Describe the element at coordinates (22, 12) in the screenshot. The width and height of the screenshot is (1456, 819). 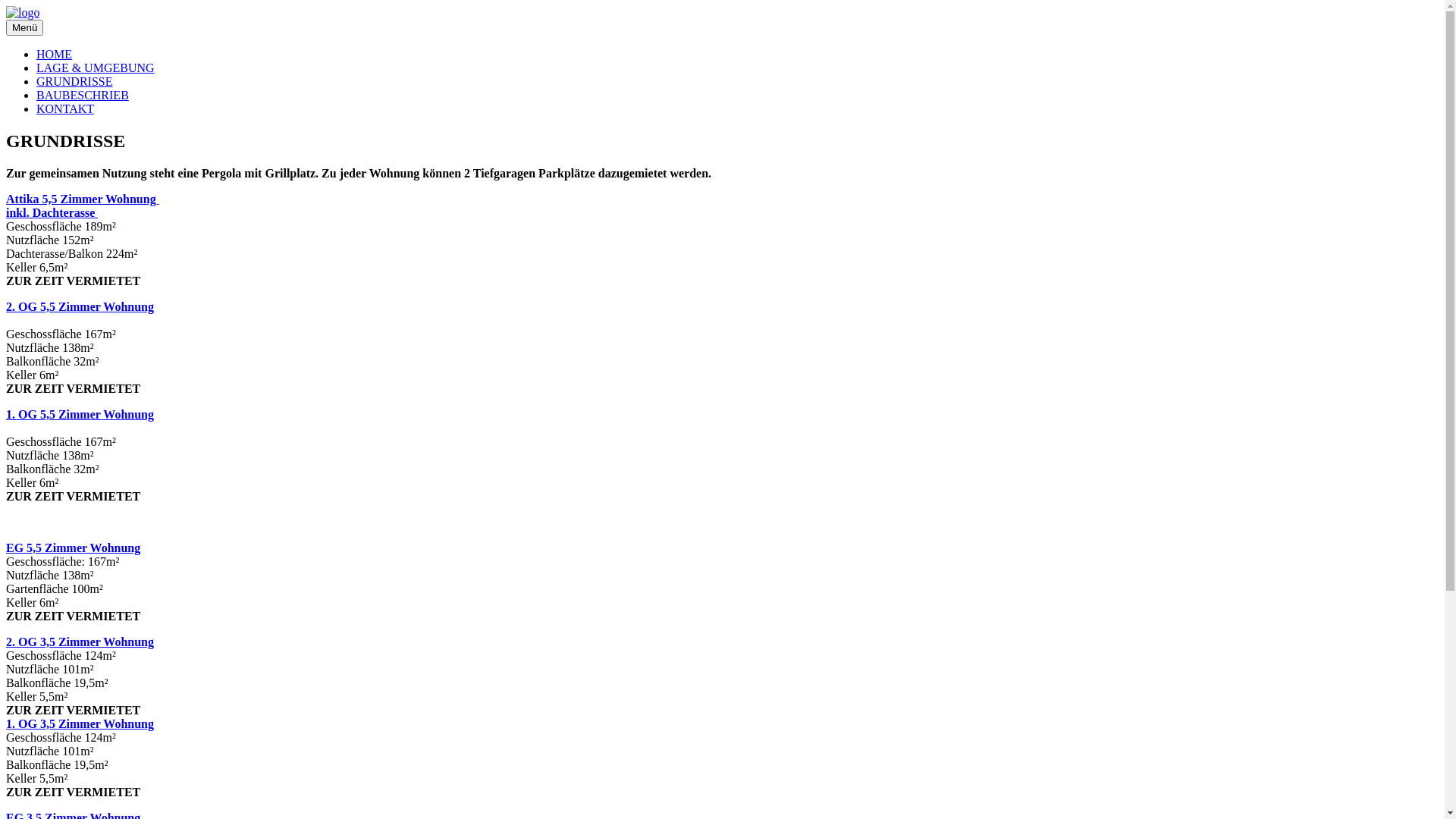
I see `'logo'` at that location.